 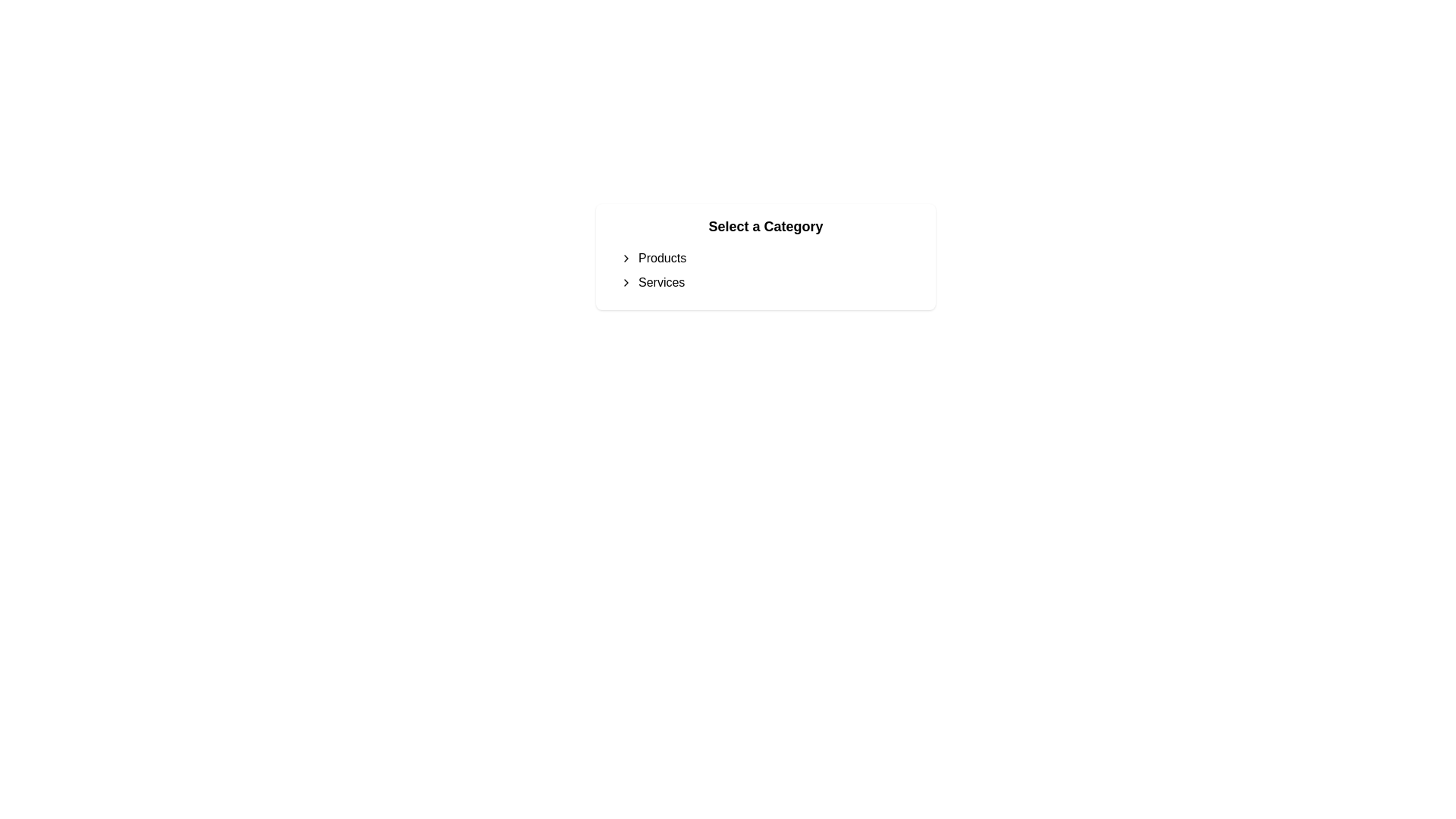 I want to click on the small right-pointing chevron icon located to the left of the 'Products' text in the vertical category selection interface, so click(x=626, y=257).